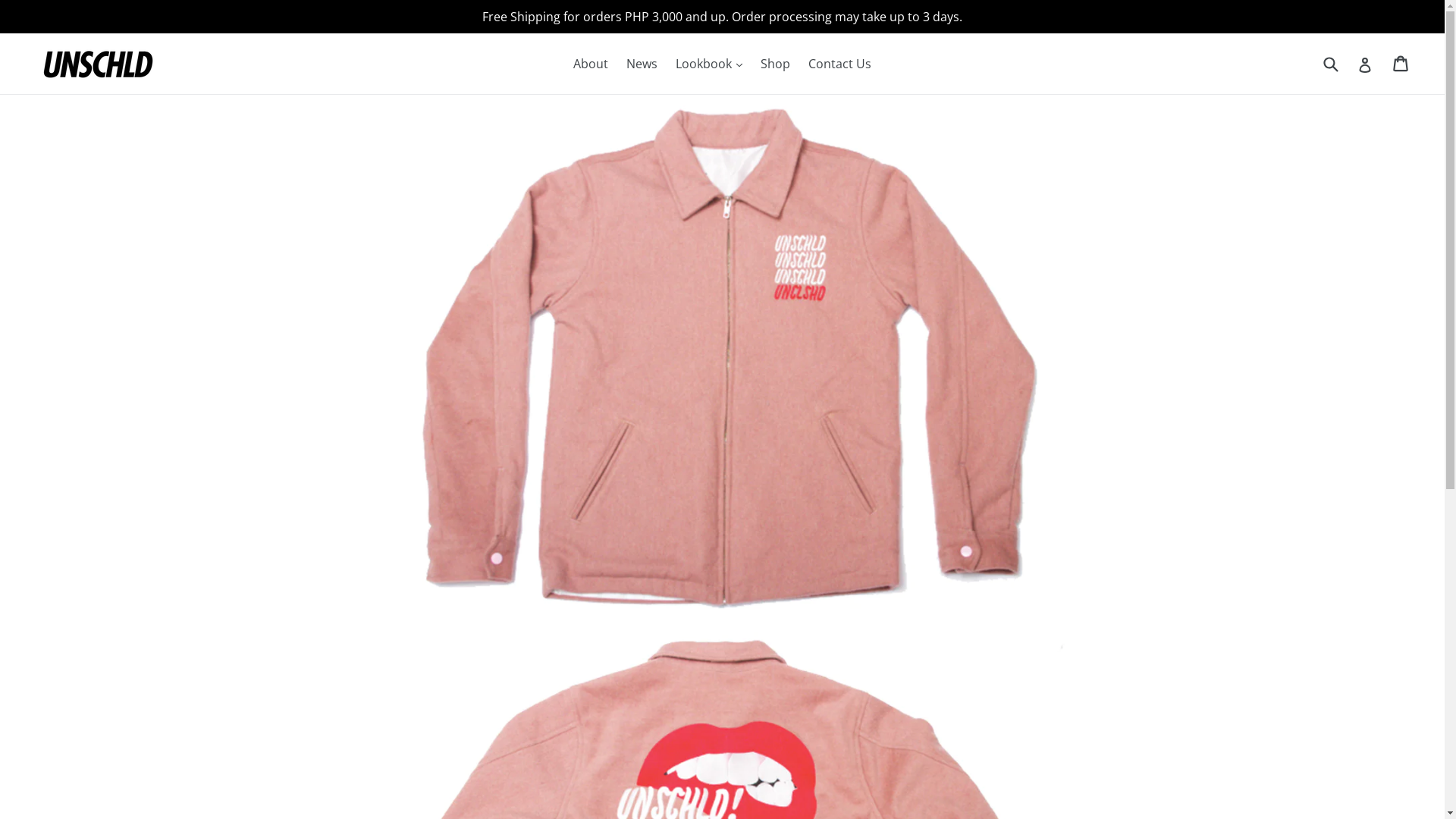  What do you see at coordinates (589, 63) in the screenshot?
I see `'About'` at bounding box center [589, 63].